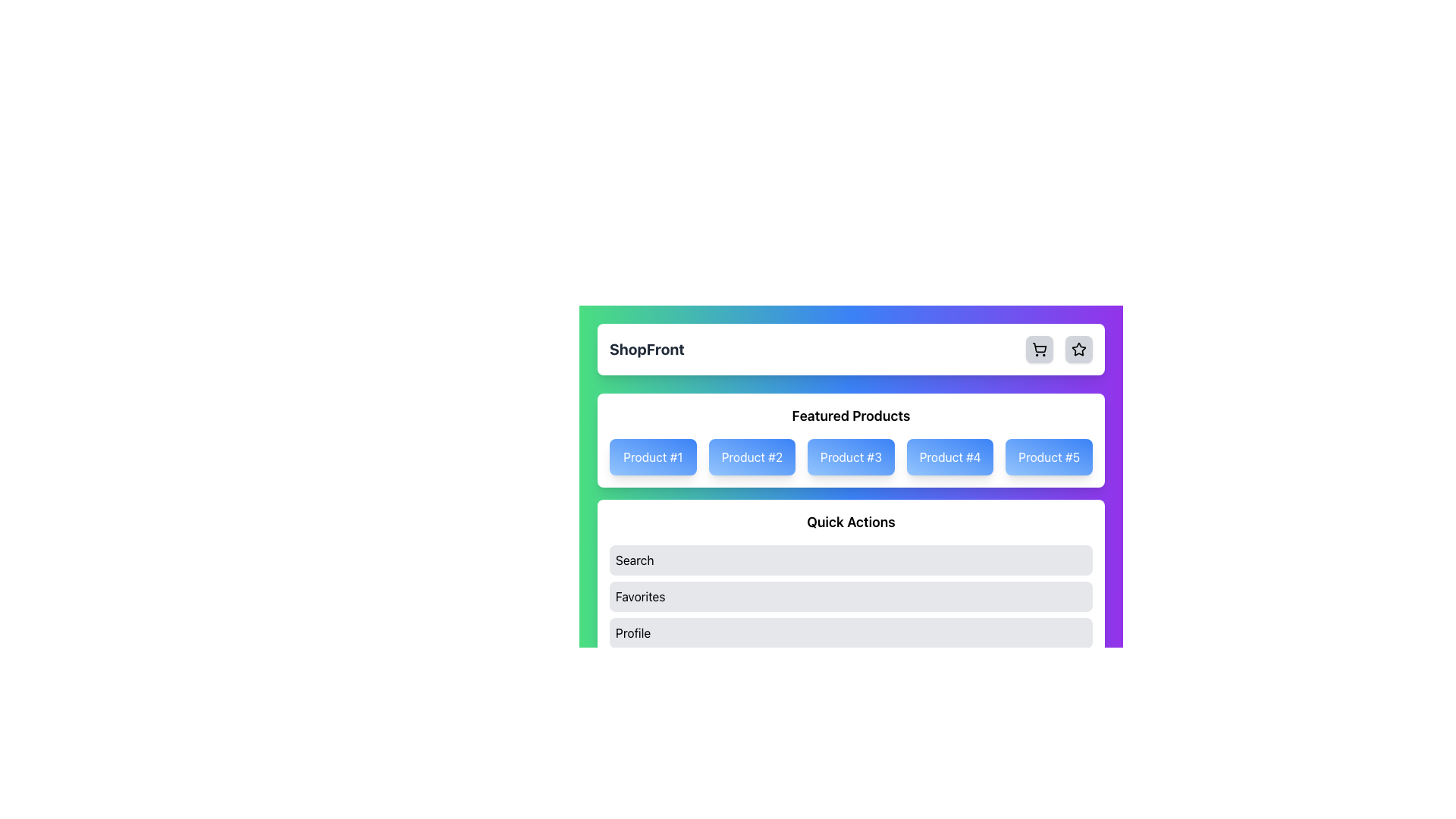 This screenshot has height=819, width=1456. I want to click on the static text label that serves as a title or category indicator for the product items listed below it, located at the top of the group of clickable product links, so click(851, 416).